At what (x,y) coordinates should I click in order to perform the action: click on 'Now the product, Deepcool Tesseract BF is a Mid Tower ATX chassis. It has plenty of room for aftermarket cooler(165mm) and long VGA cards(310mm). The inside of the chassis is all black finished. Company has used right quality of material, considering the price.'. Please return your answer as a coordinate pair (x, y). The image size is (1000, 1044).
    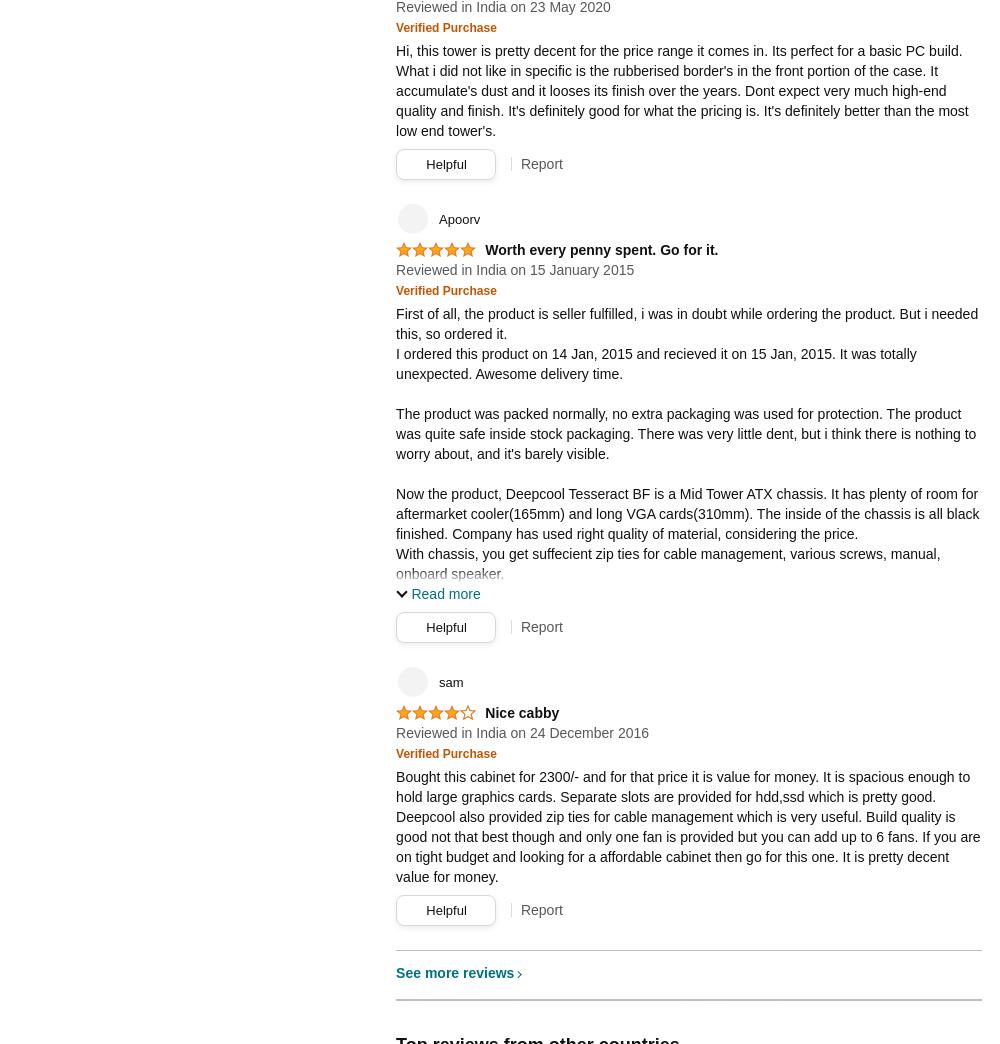
    Looking at the image, I should click on (687, 513).